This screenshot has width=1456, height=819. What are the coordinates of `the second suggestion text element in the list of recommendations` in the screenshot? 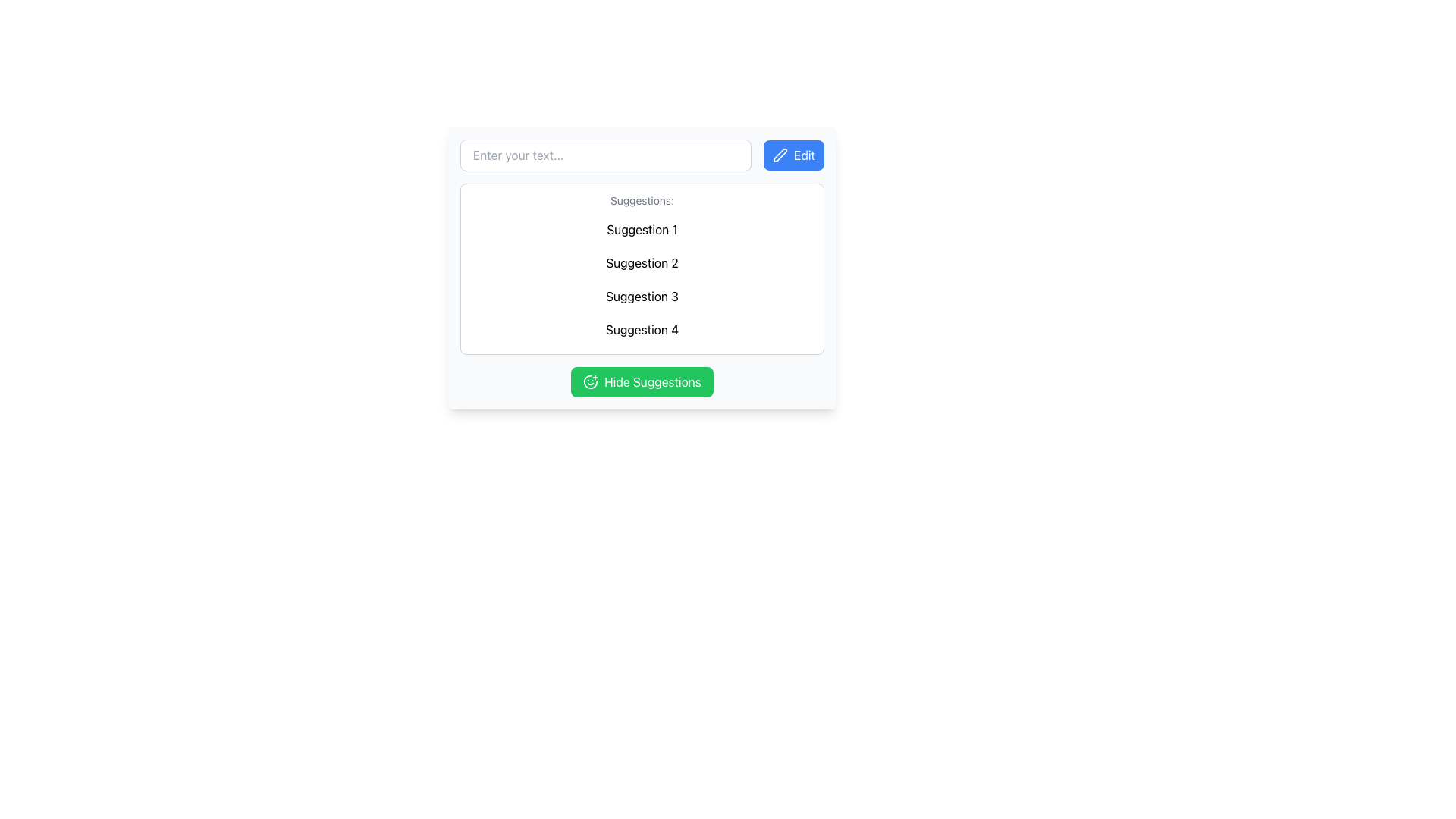 It's located at (642, 262).